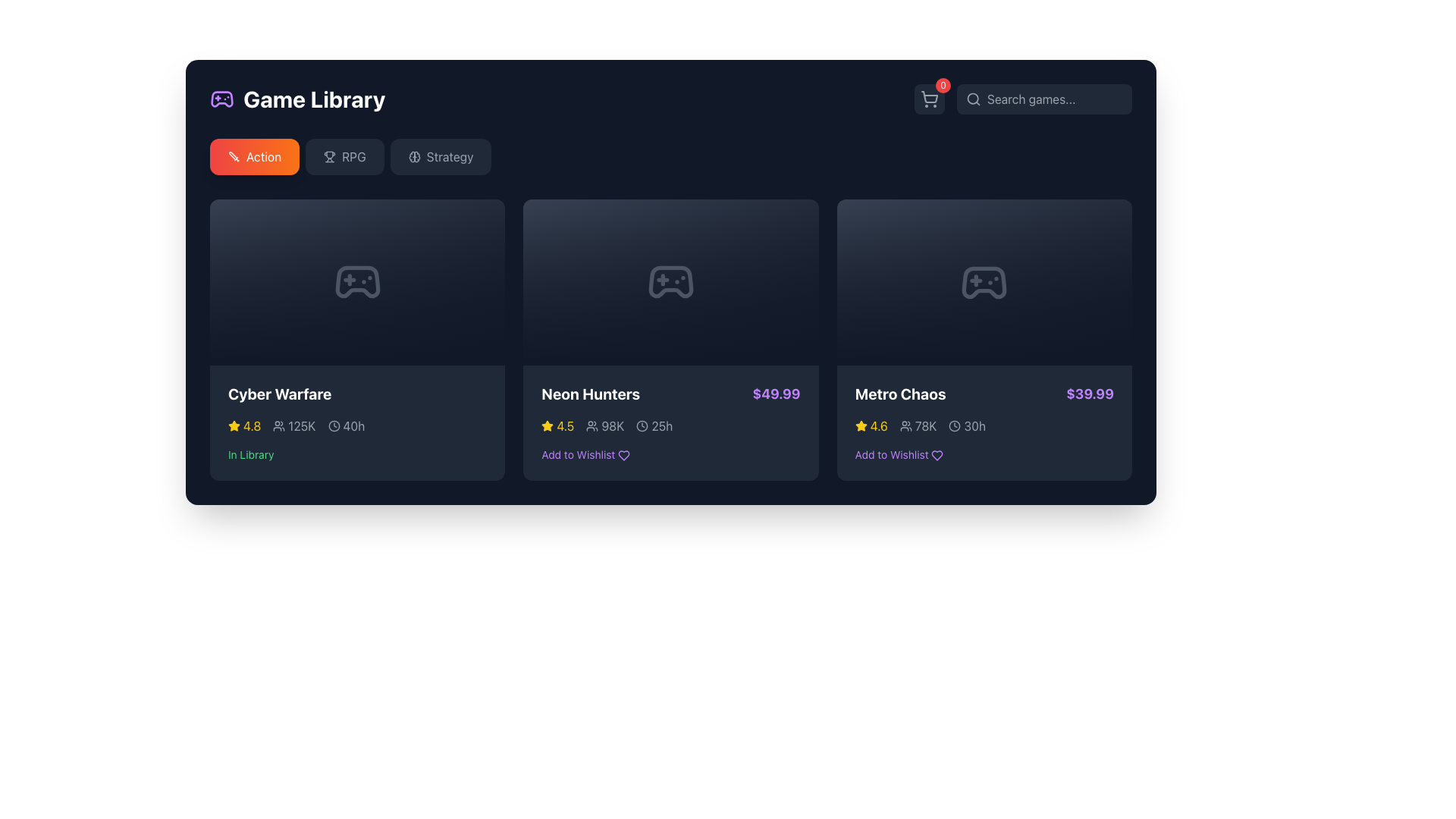 The height and width of the screenshot is (819, 1456). What do you see at coordinates (356, 426) in the screenshot?
I see `information displayed in the group of indicators below the title 'Cyber Warfare', which includes a rating of 4.8, 125K users, and 40 hours of gameplay` at bounding box center [356, 426].